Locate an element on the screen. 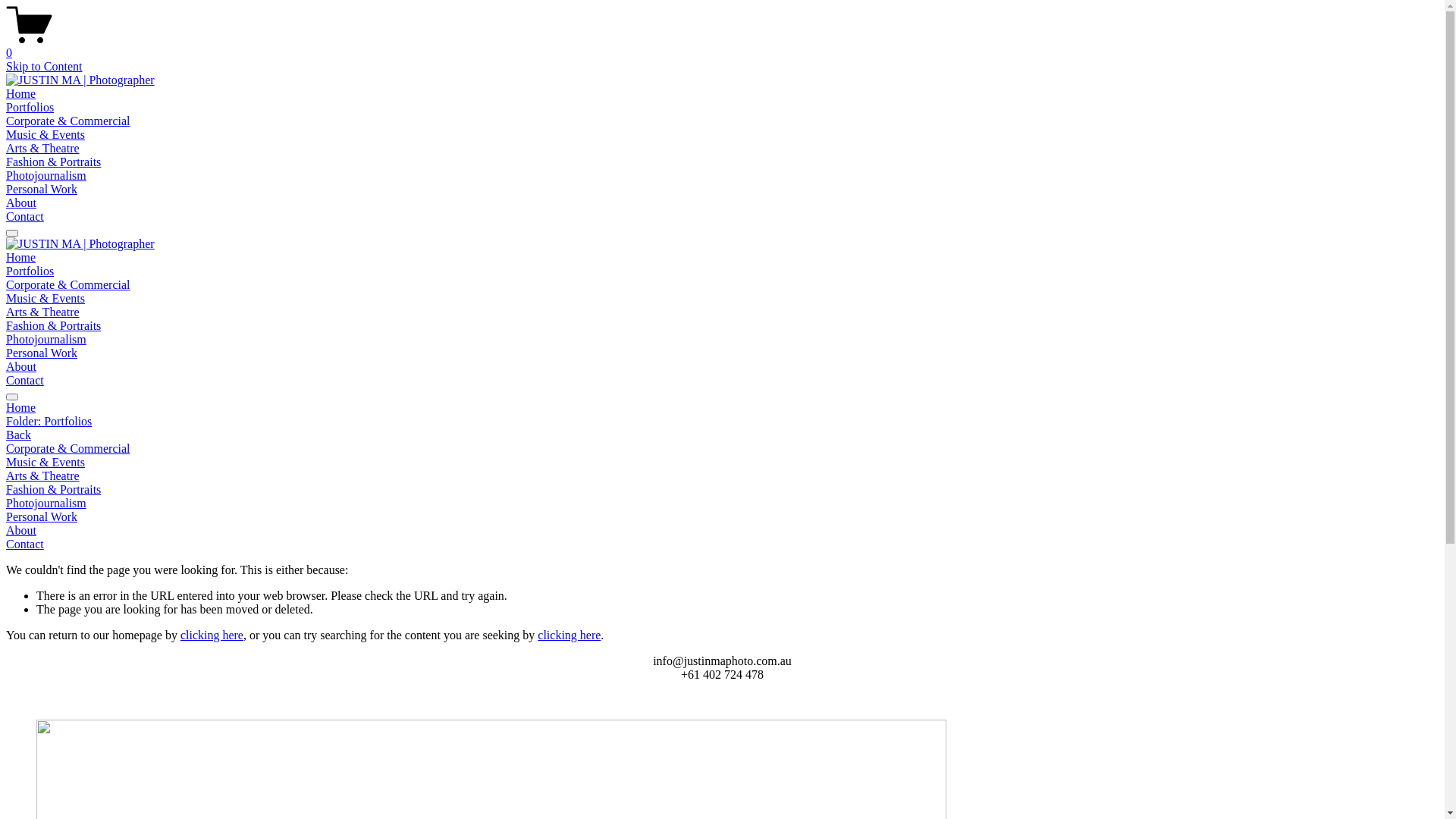 The width and height of the screenshot is (1456, 819). 'clicking here' is located at coordinates (211, 635).